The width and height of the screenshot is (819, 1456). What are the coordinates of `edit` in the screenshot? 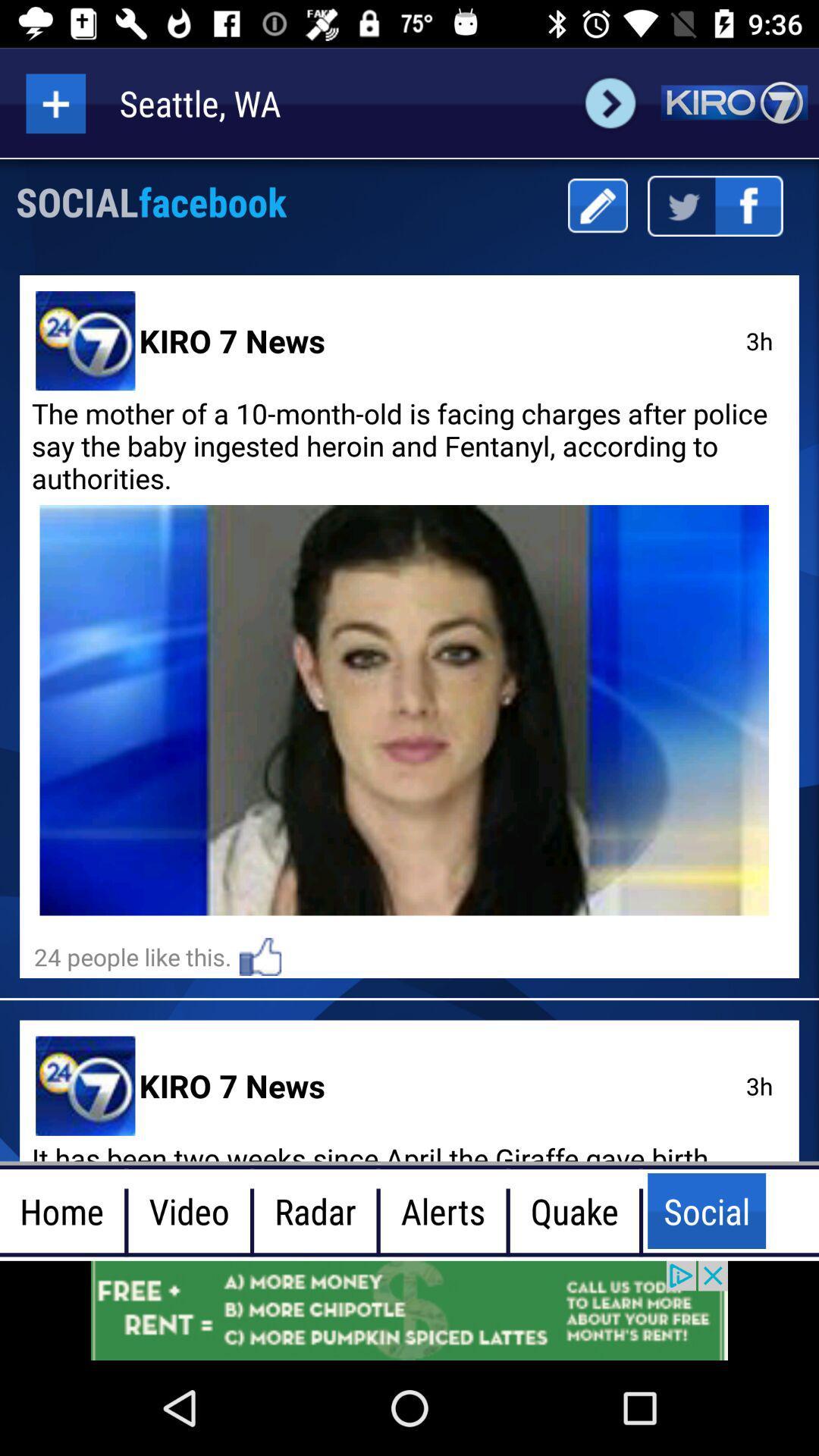 It's located at (597, 205).